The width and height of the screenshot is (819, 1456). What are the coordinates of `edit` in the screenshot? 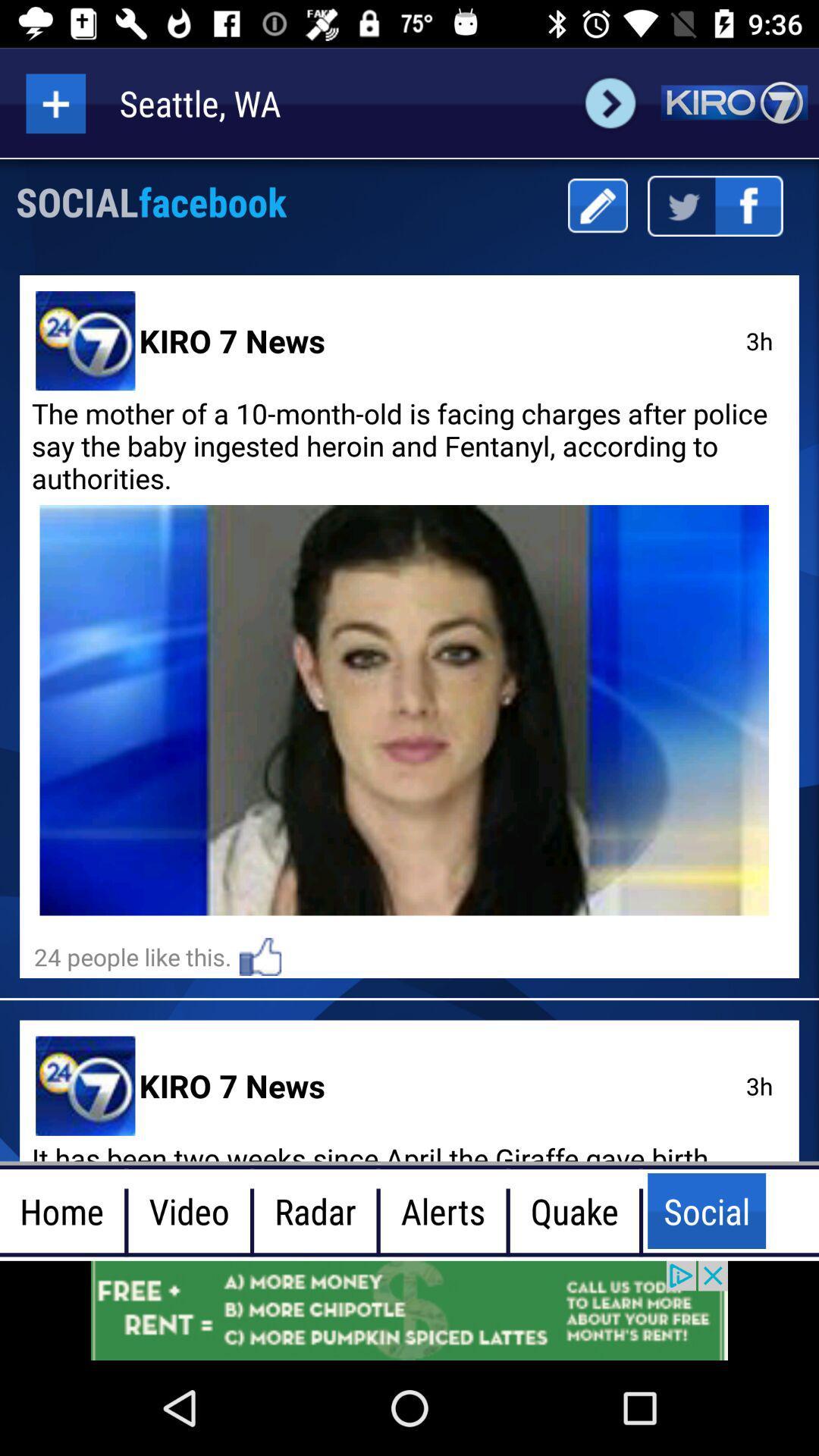 It's located at (597, 205).